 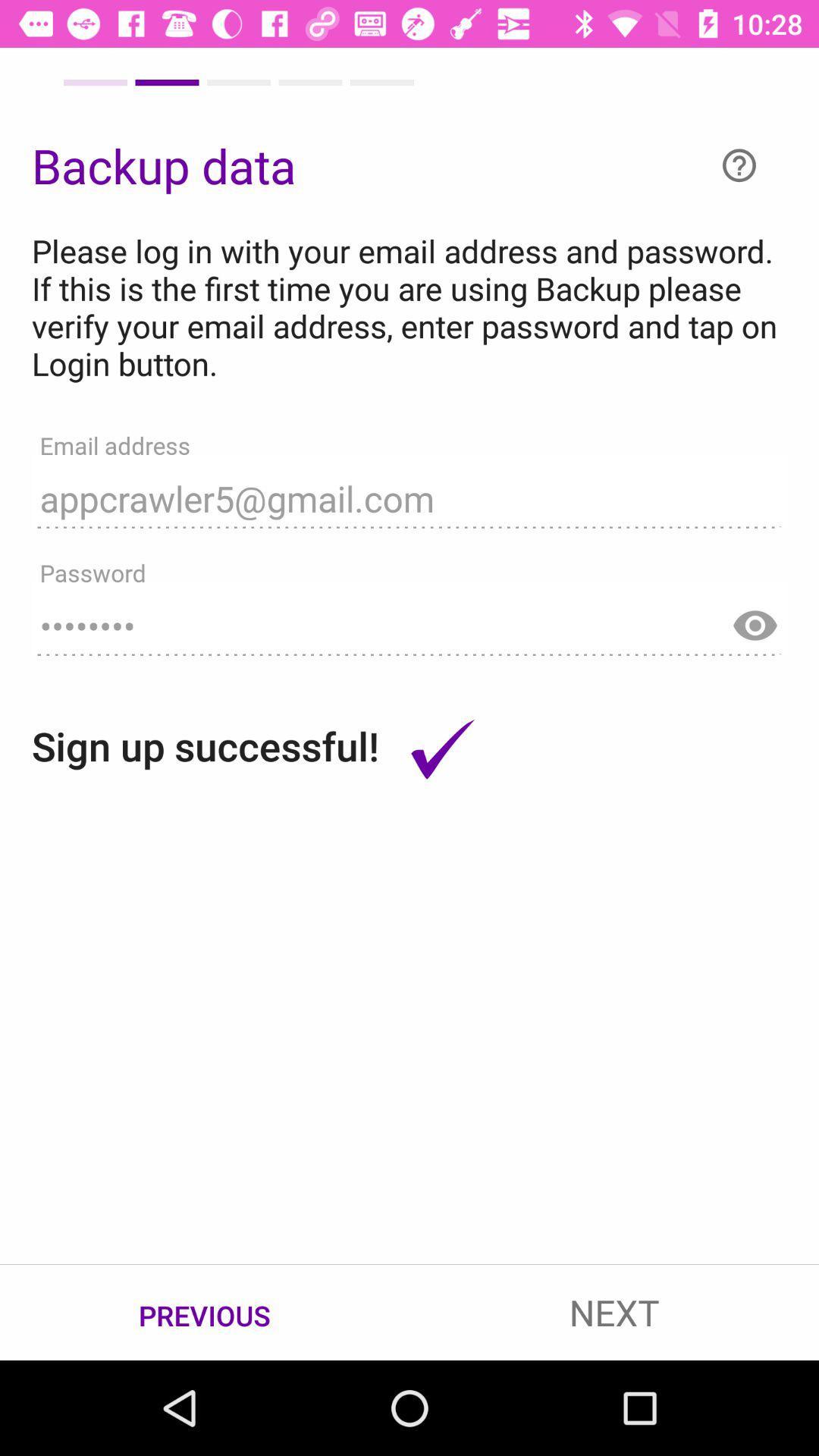 What do you see at coordinates (409, 619) in the screenshot?
I see `the item below the appcrawler5@gmail.com icon` at bounding box center [409, 619].